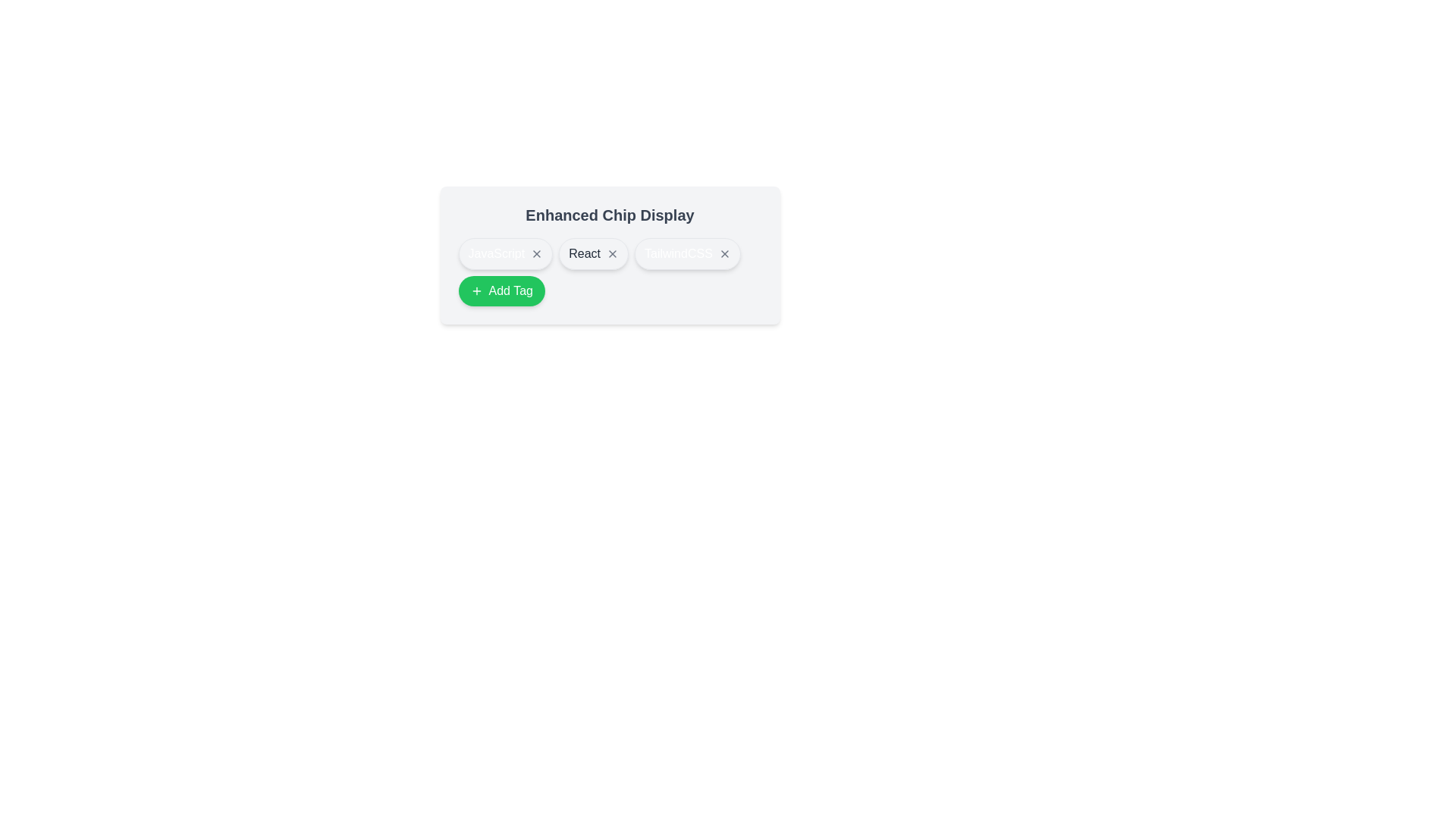 Image resolution: width=1456 pixels, height=819 pixels. What do you see at coordinates (686, 253) in the screenshot?
I see `the tag TailwindCSS` at bounding box center [686, 253].